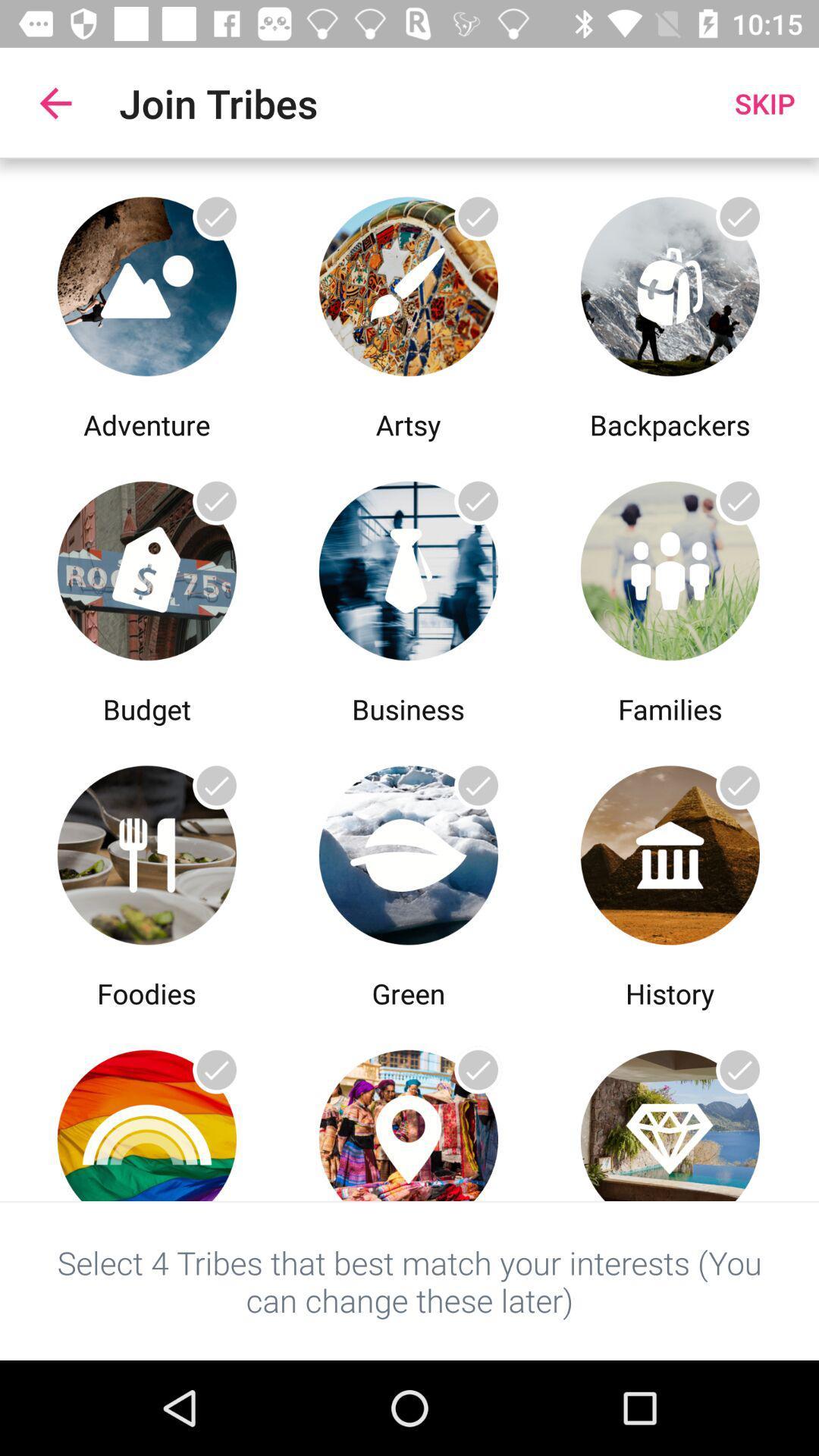 This screenshot has height=1456, width=819. Describe the element at coordinates (407, 282) in the screenshot. I see `join the artsy tribe` at that location.